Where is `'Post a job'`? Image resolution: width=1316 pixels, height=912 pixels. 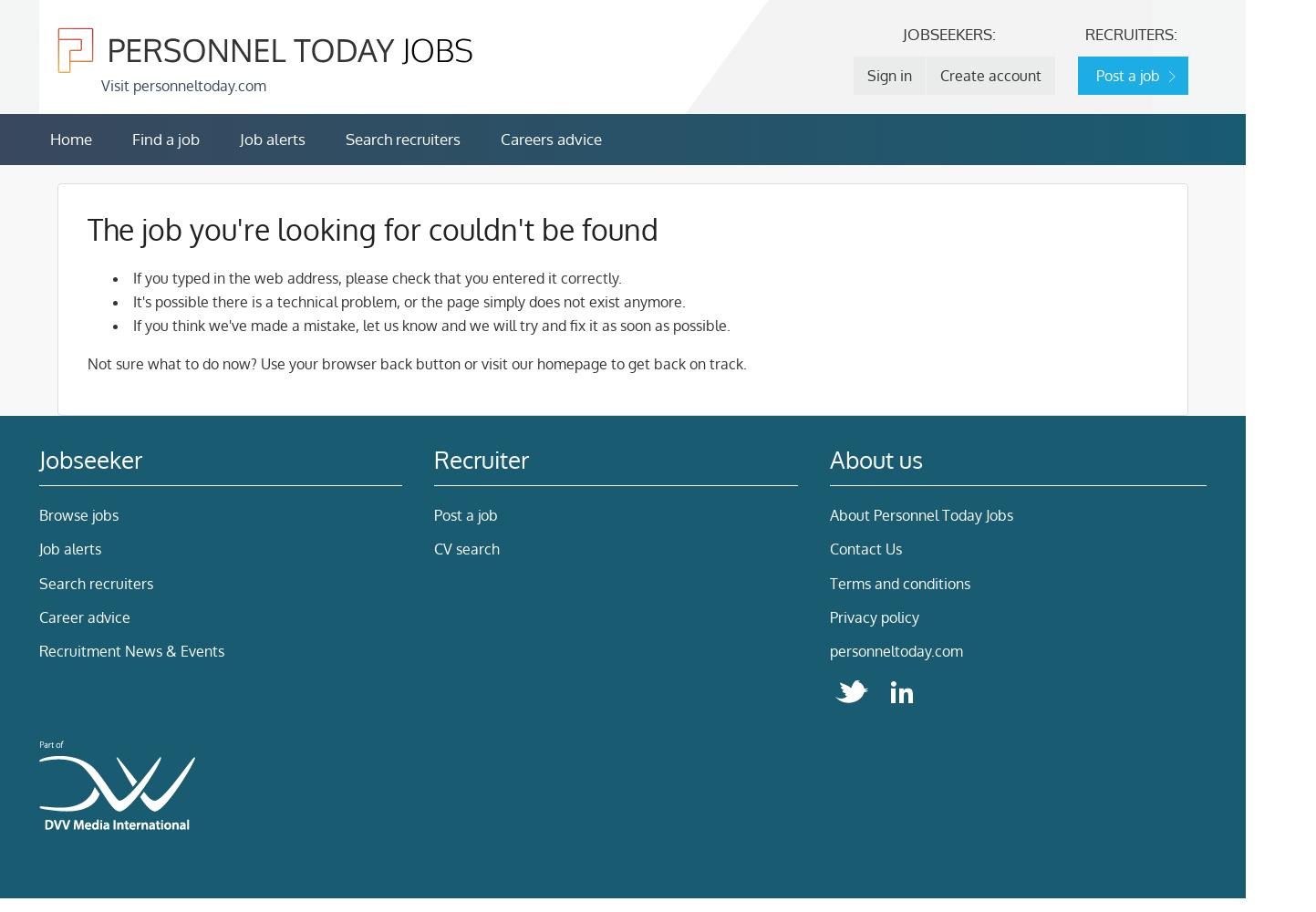
'Post a job' is located at coordinates (434, 513).